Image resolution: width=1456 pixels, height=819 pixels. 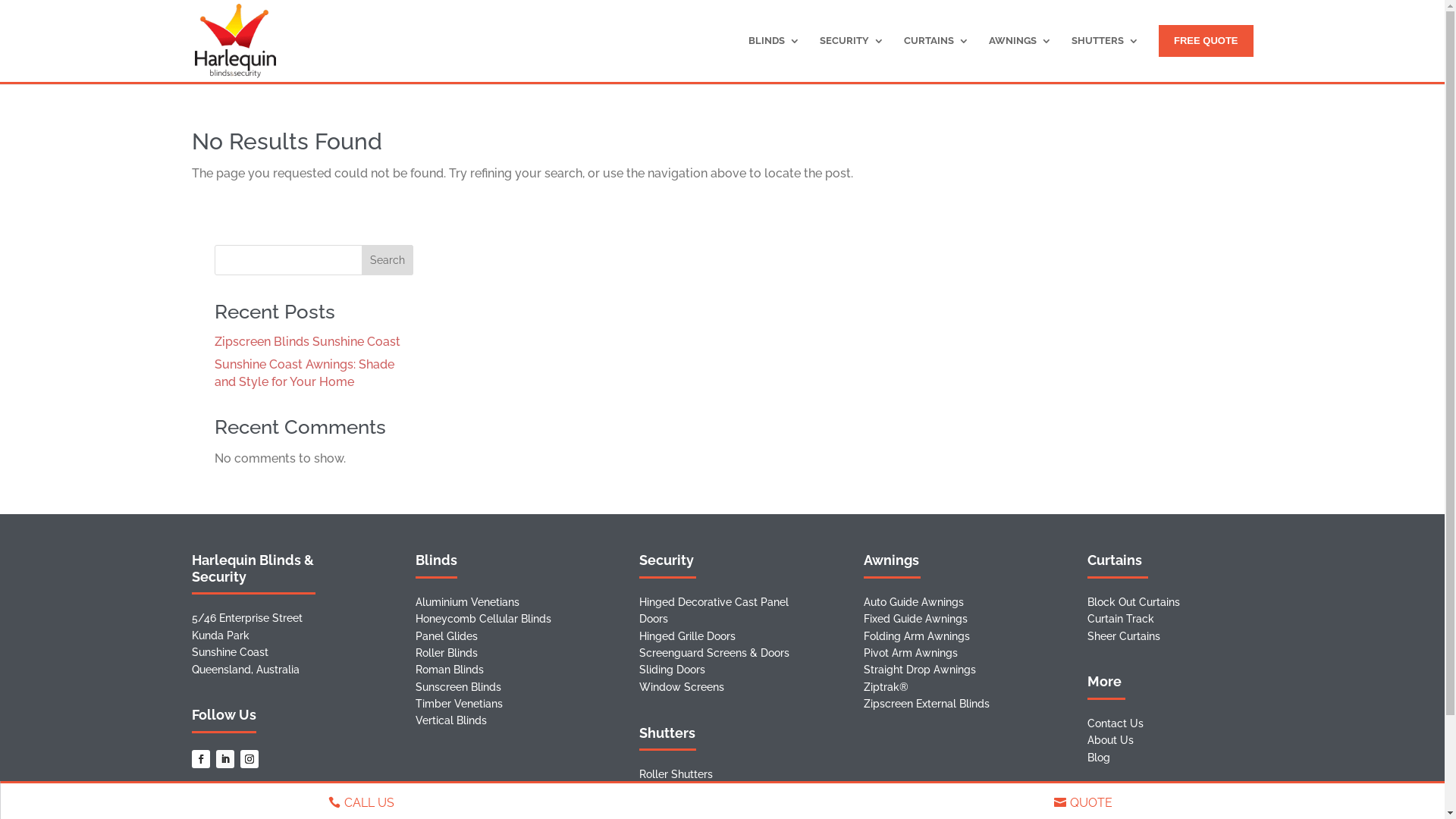 What do you see at coordinates (457, 687) in the screenshot?
I see `'Sunscreen Blinds'` at bounding box center [457, 687].